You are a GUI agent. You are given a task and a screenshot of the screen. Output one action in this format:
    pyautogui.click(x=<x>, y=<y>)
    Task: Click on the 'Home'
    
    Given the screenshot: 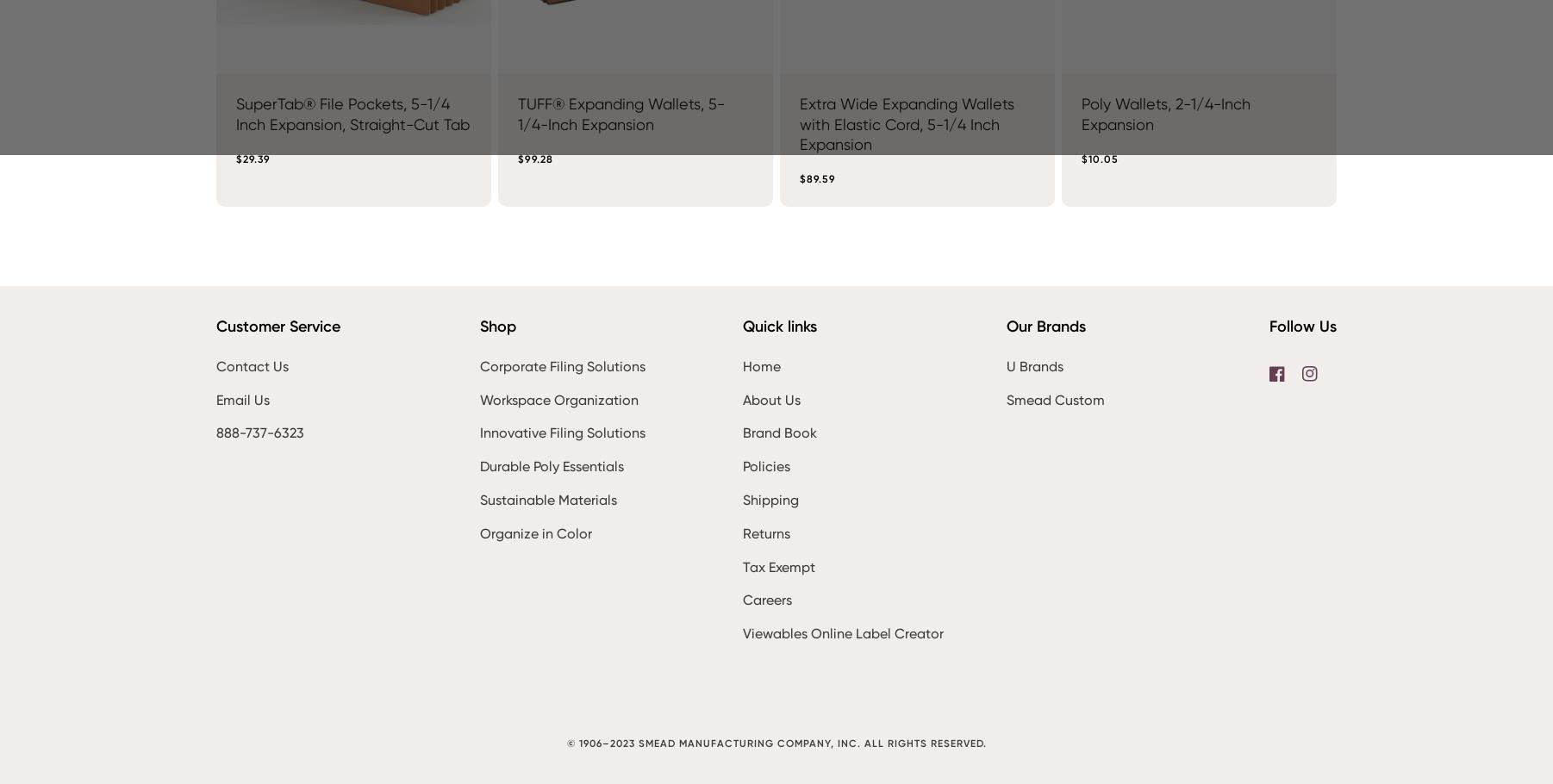 What is the action you would take?
    pyautogui.click(x=762, y=365)
    